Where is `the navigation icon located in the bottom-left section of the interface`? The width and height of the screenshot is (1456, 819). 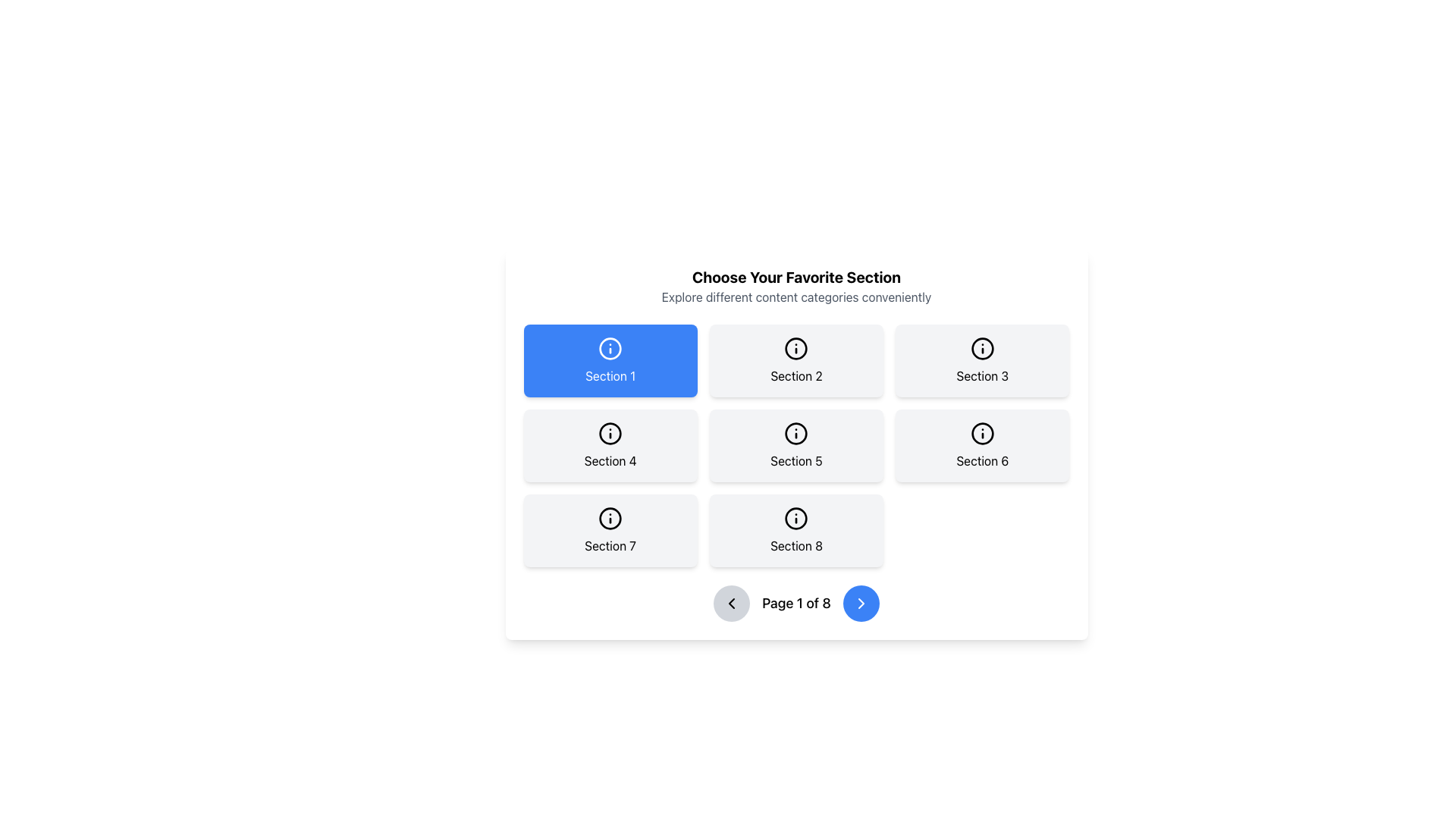
the navigation icon located in the bottom-left section of the interface is located at coordinates (732, 602).